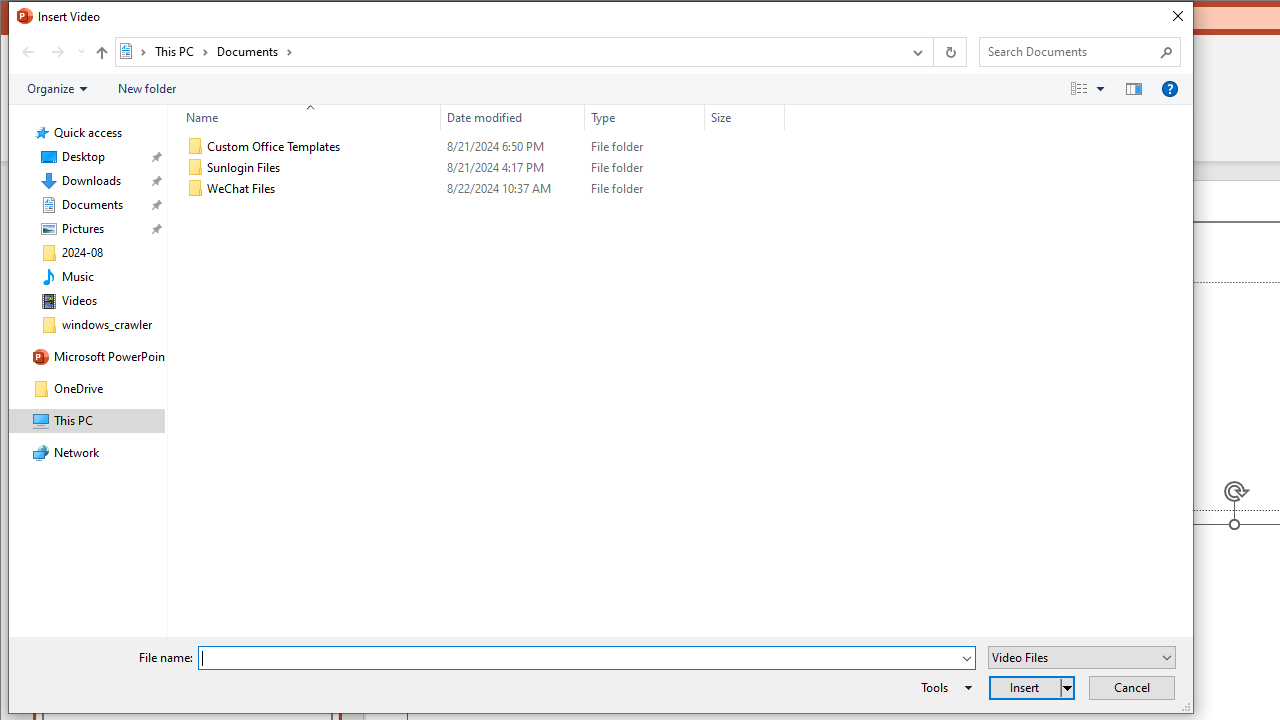  I want to click on 'This PC', so click(181, 50).